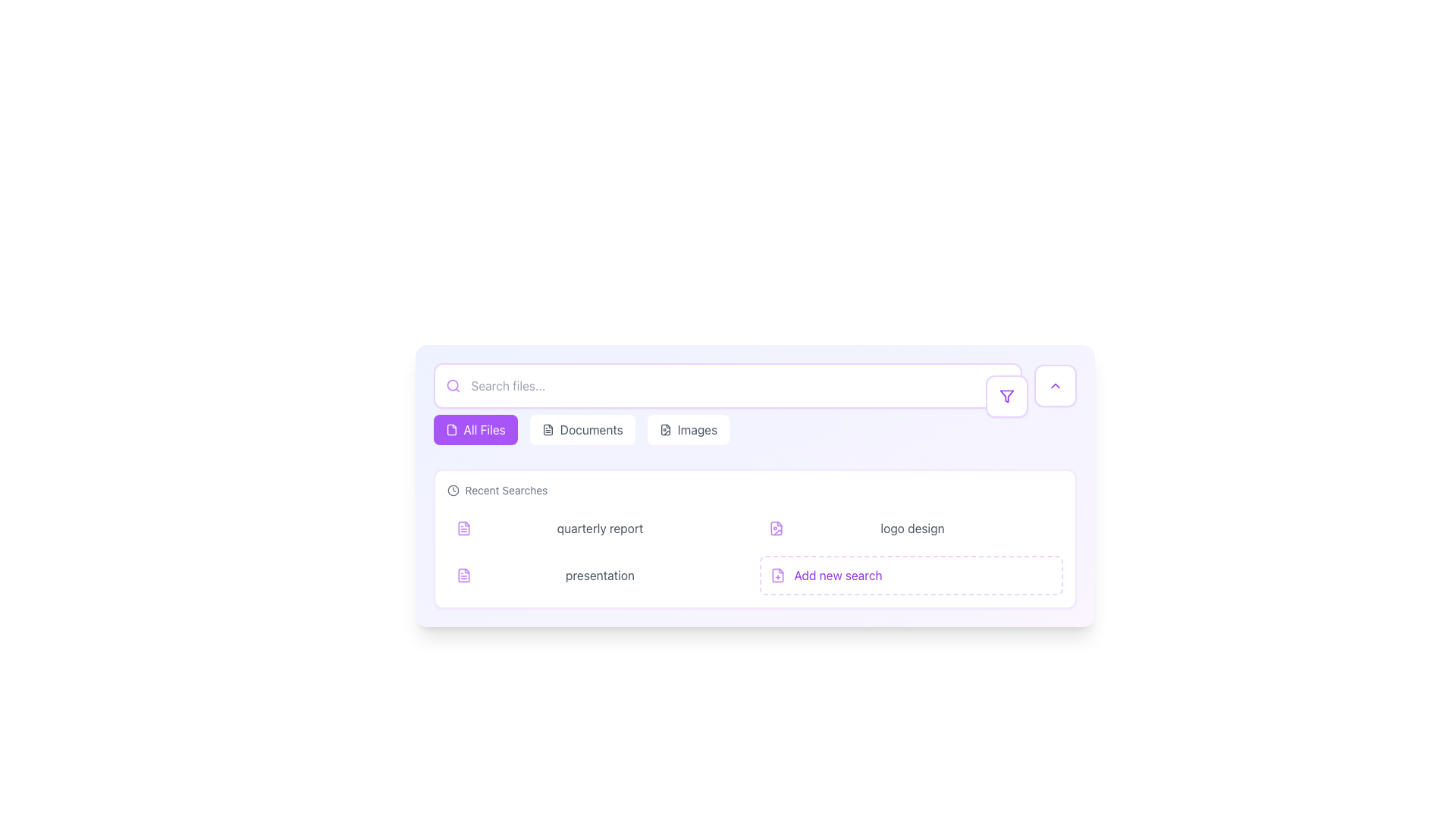 This screenshot has width=1456, height=819. I want to click on the second list item labeled 'logo design' located under the 'Recent Searches' heading, so click(910, 528).